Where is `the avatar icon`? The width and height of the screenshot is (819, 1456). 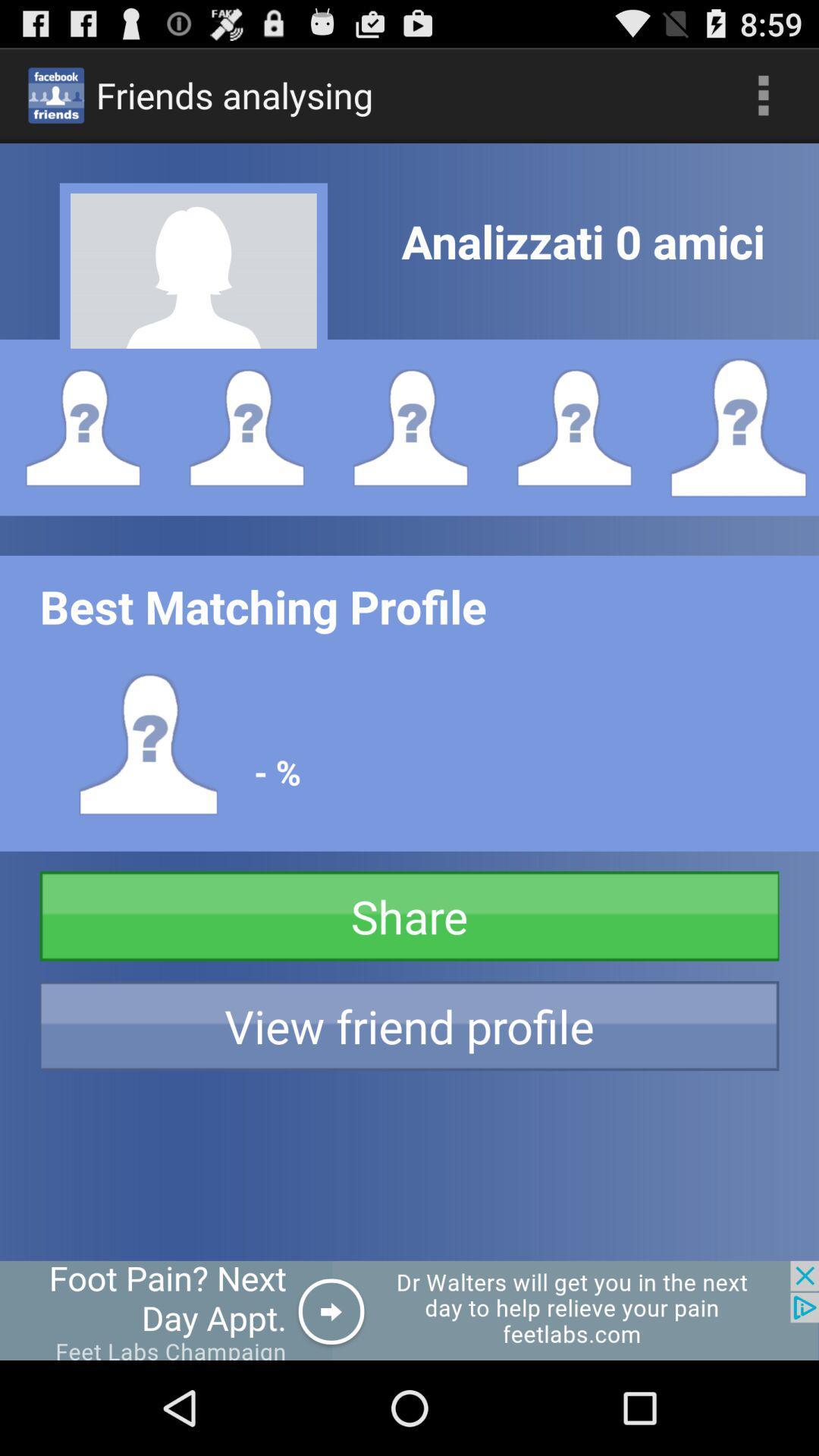 the avatar icon is located at coordinates (736, 457).